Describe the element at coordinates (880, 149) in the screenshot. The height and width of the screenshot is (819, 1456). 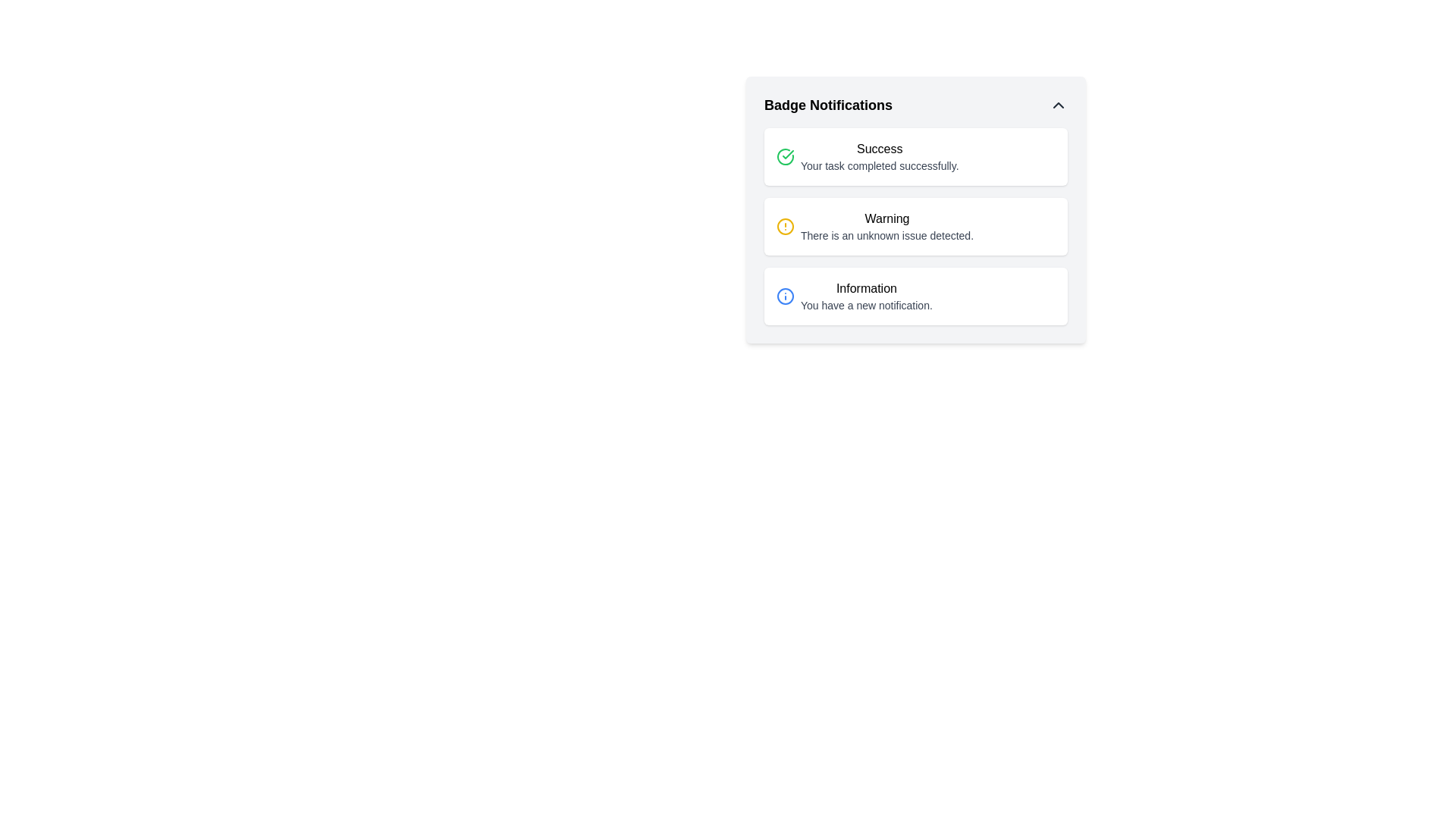
I see `the text label that serves as a header for the notification message, which is located in the 'Badge Notifications' section and precedes the text 'Your task completed successfully'` at that location.